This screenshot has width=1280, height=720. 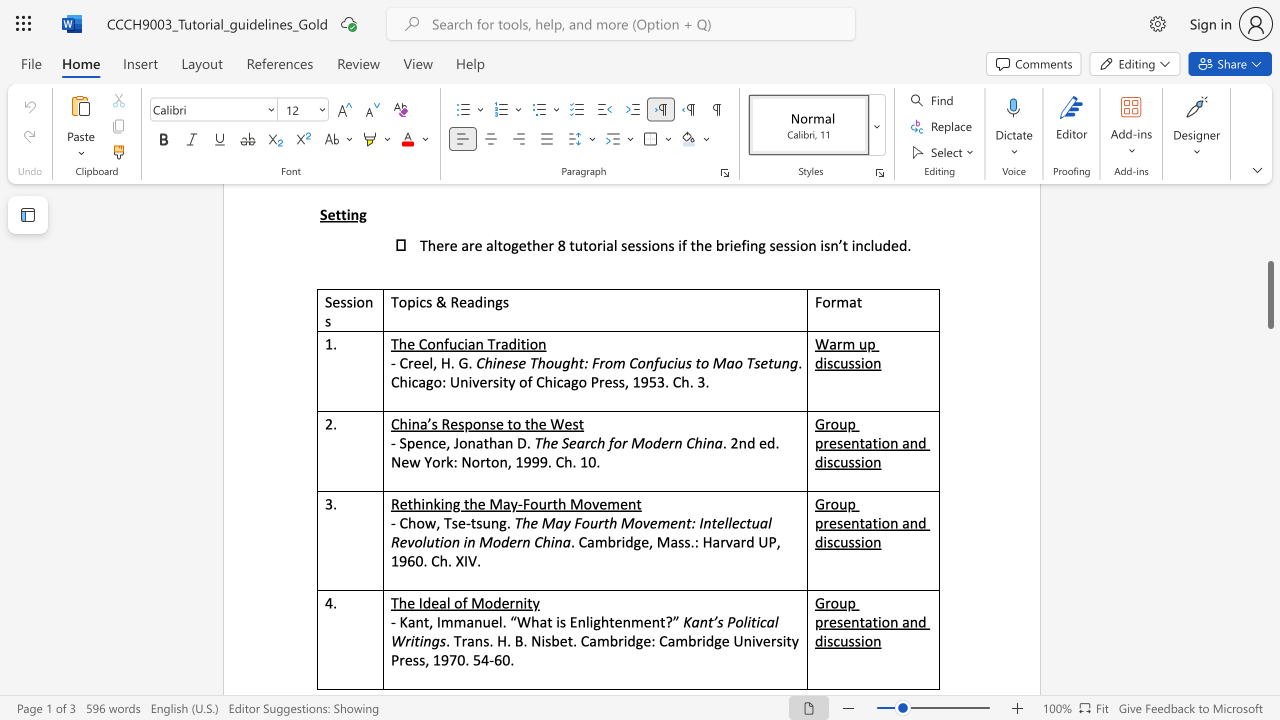 What do you see at coordinates (1269, 295) in the screenshot?
I see `the scrollbar and move up 390 pixels` at bounding box center [1269, 295].